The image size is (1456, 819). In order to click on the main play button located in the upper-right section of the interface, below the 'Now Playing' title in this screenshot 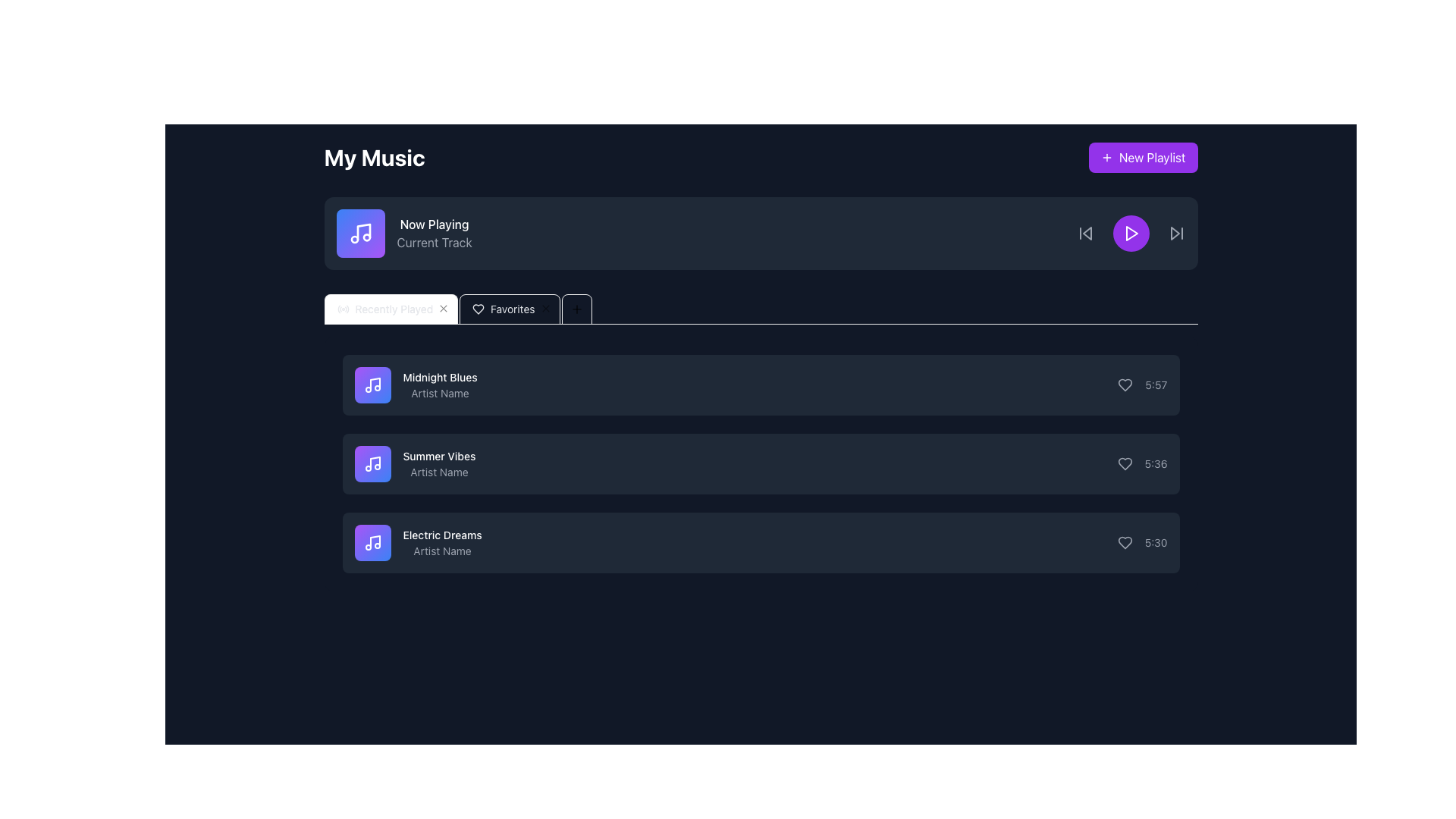, I will do `click(1131, 234)`.